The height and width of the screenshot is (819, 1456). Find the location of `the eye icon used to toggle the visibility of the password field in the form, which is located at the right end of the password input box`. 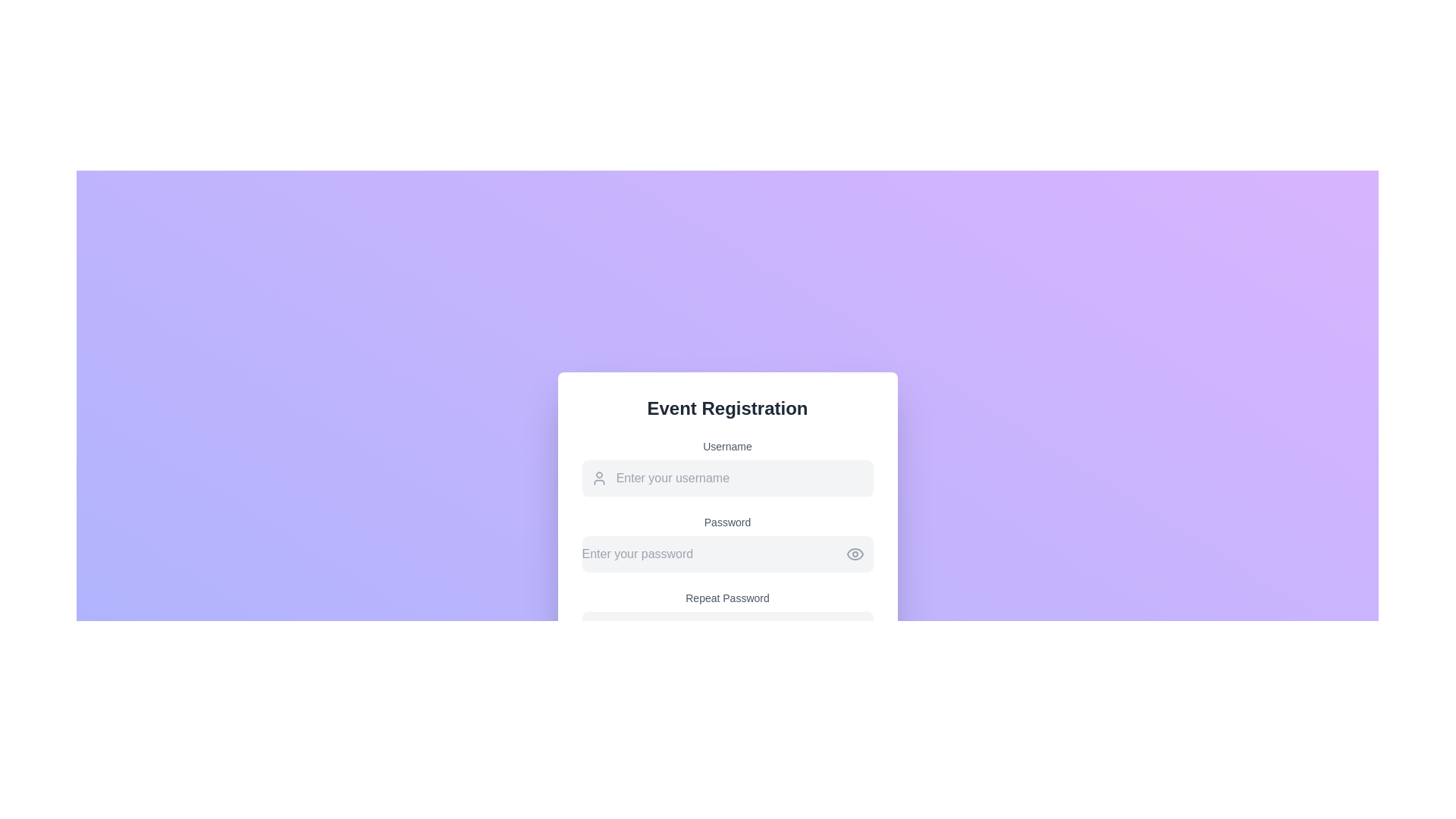

the eye icon used to toggle the visibility of the password field in the form, which is located at the right end of the password input box is located at coordinates (855, 554).